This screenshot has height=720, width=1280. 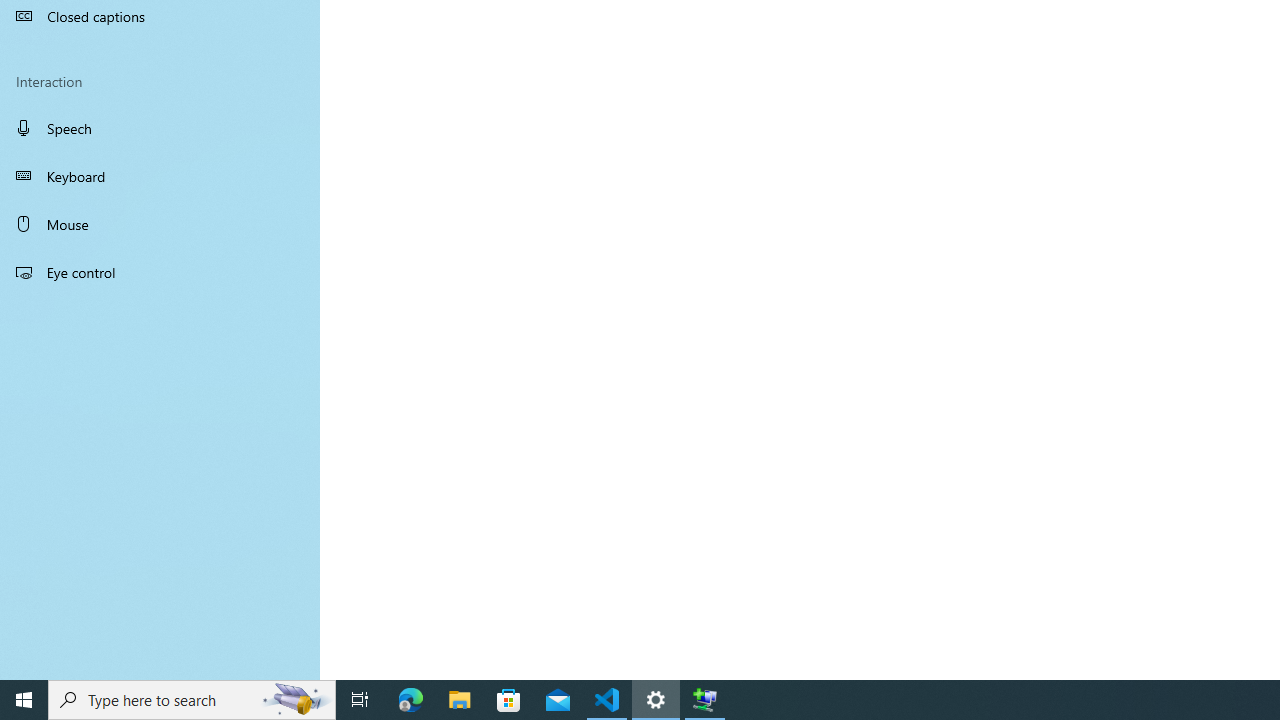 What do you see at coordinates (656, 698) in the screenshot?
I see `'Settings - 1 running window'` at bounding box center [656, 698].